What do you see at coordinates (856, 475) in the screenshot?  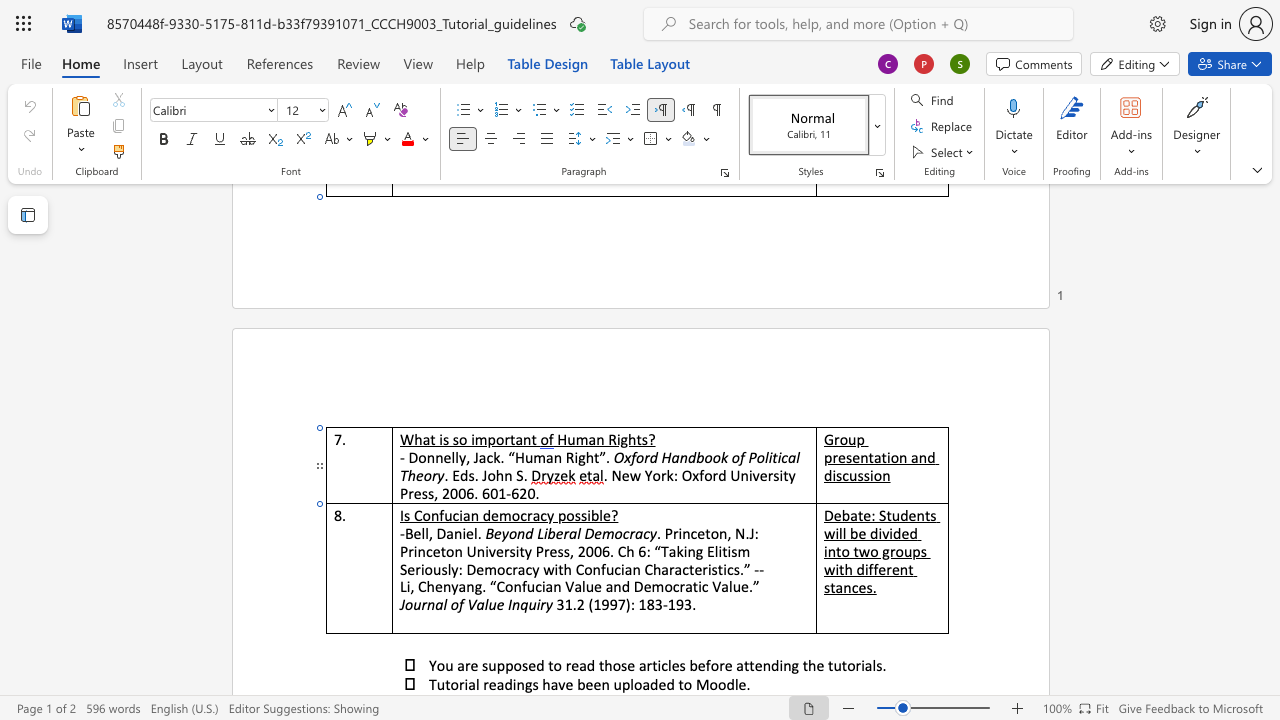 I see `the space between the continuous character "u" and "s" in the text` at bounding box center [856, 475].